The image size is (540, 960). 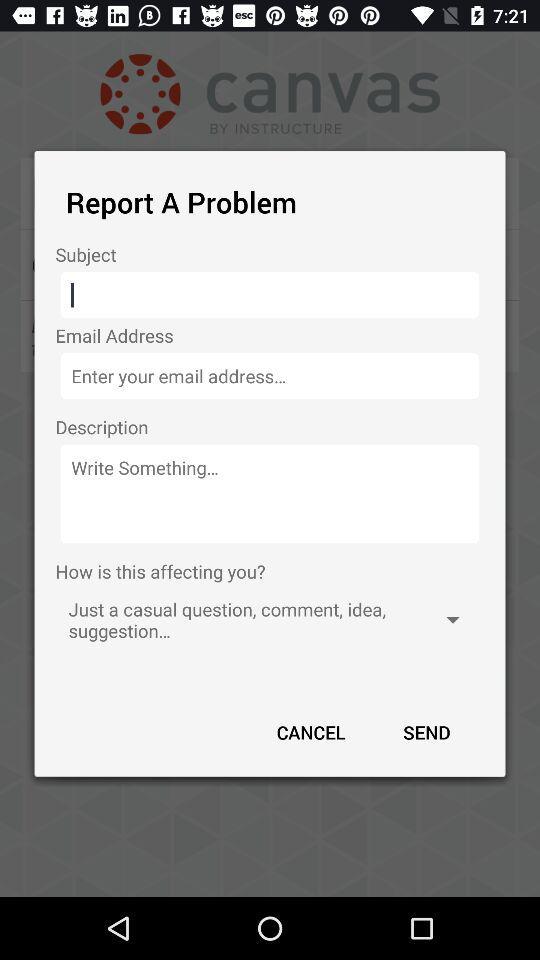 What do you see at coordinates (270, 294) in the screenshot?
I see `text input` at bounding box center [270, 294].